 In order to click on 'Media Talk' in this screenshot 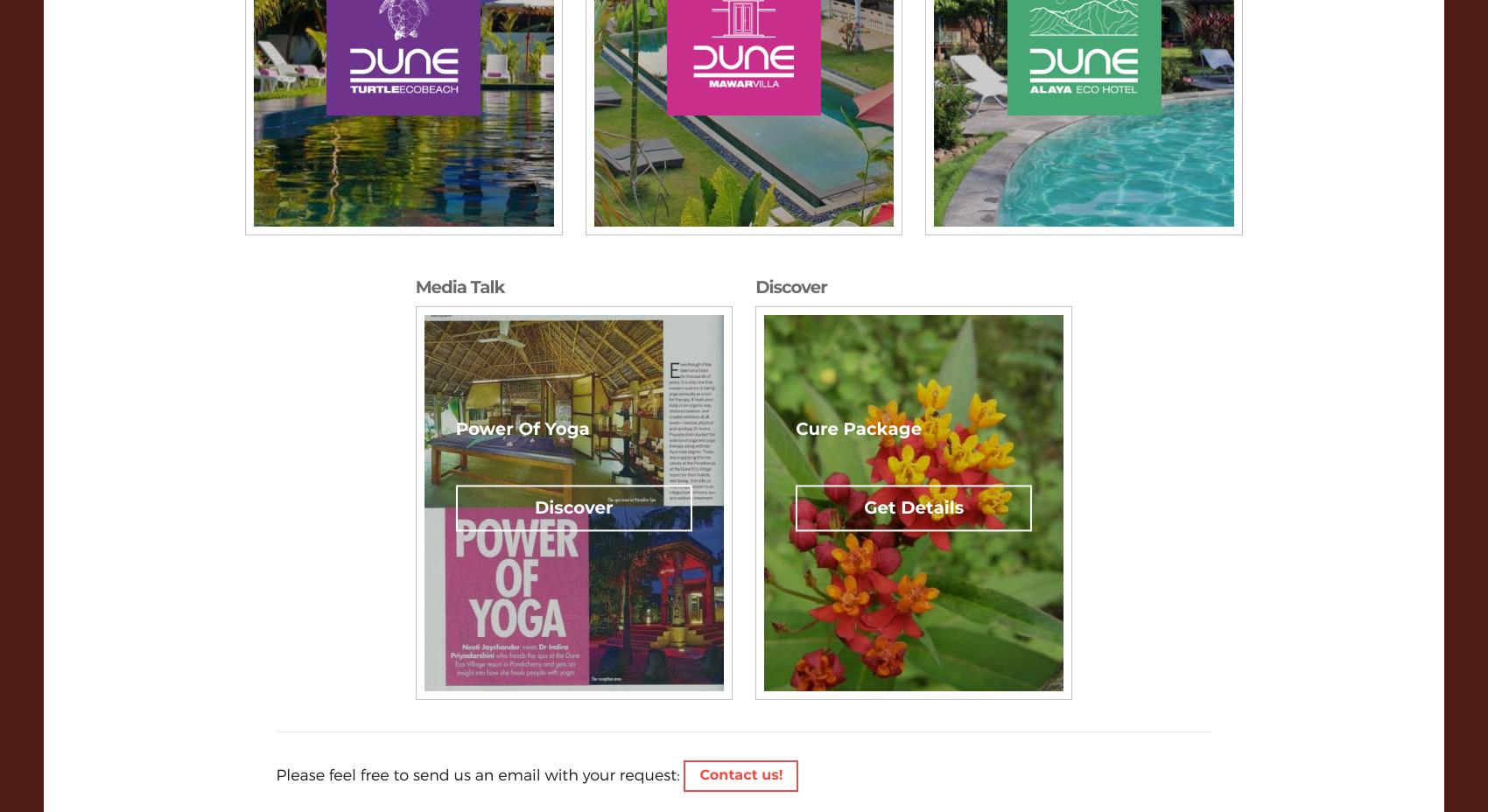, I will do `click(459, 285)`.